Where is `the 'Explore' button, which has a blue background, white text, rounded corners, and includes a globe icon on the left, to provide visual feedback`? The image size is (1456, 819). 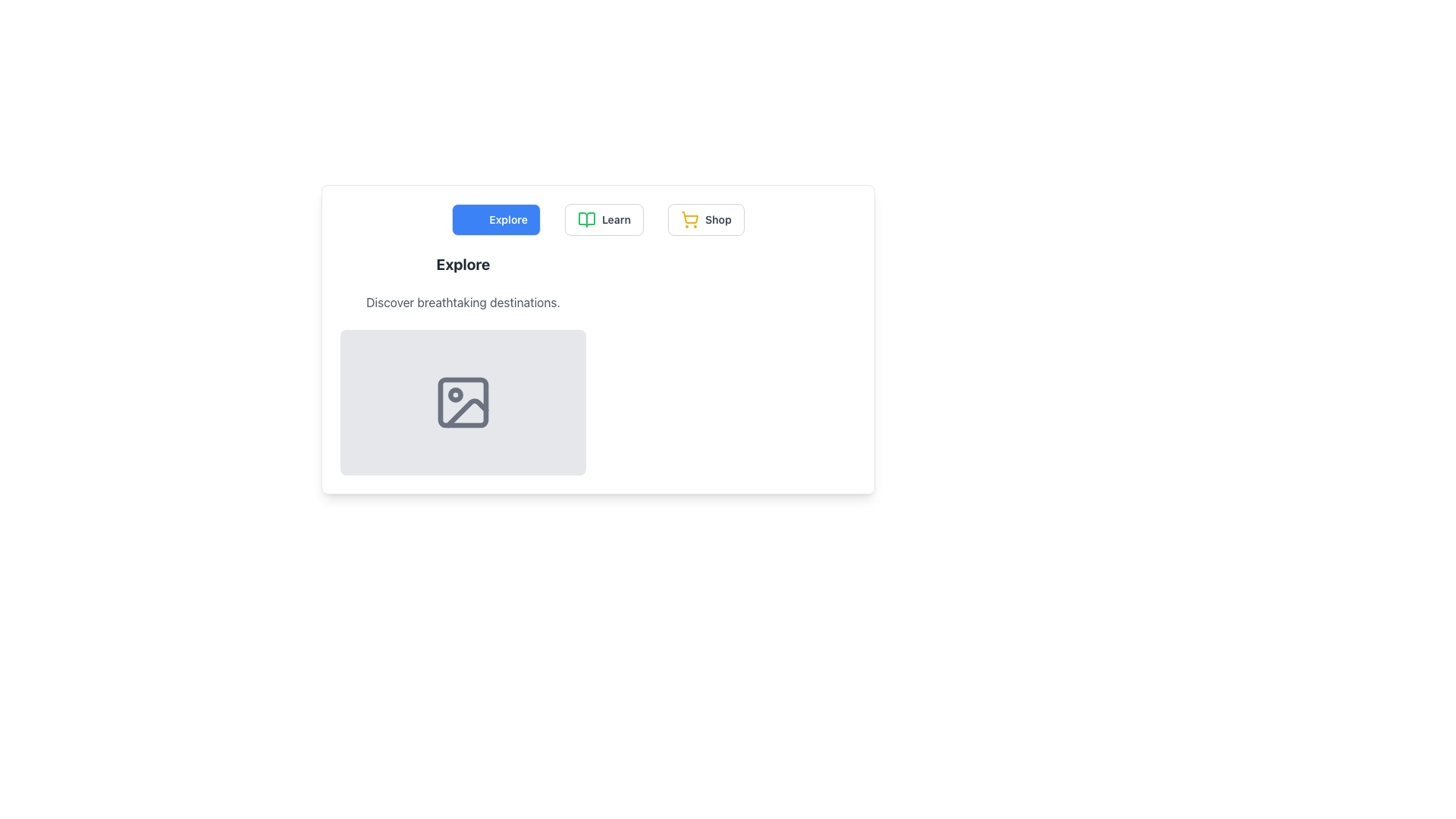 the 'Explore' button, which has a blue background, white text, rounded corners, and includes a globe icon on the left, to provide visual feedback is located at coordinates (496, 219).